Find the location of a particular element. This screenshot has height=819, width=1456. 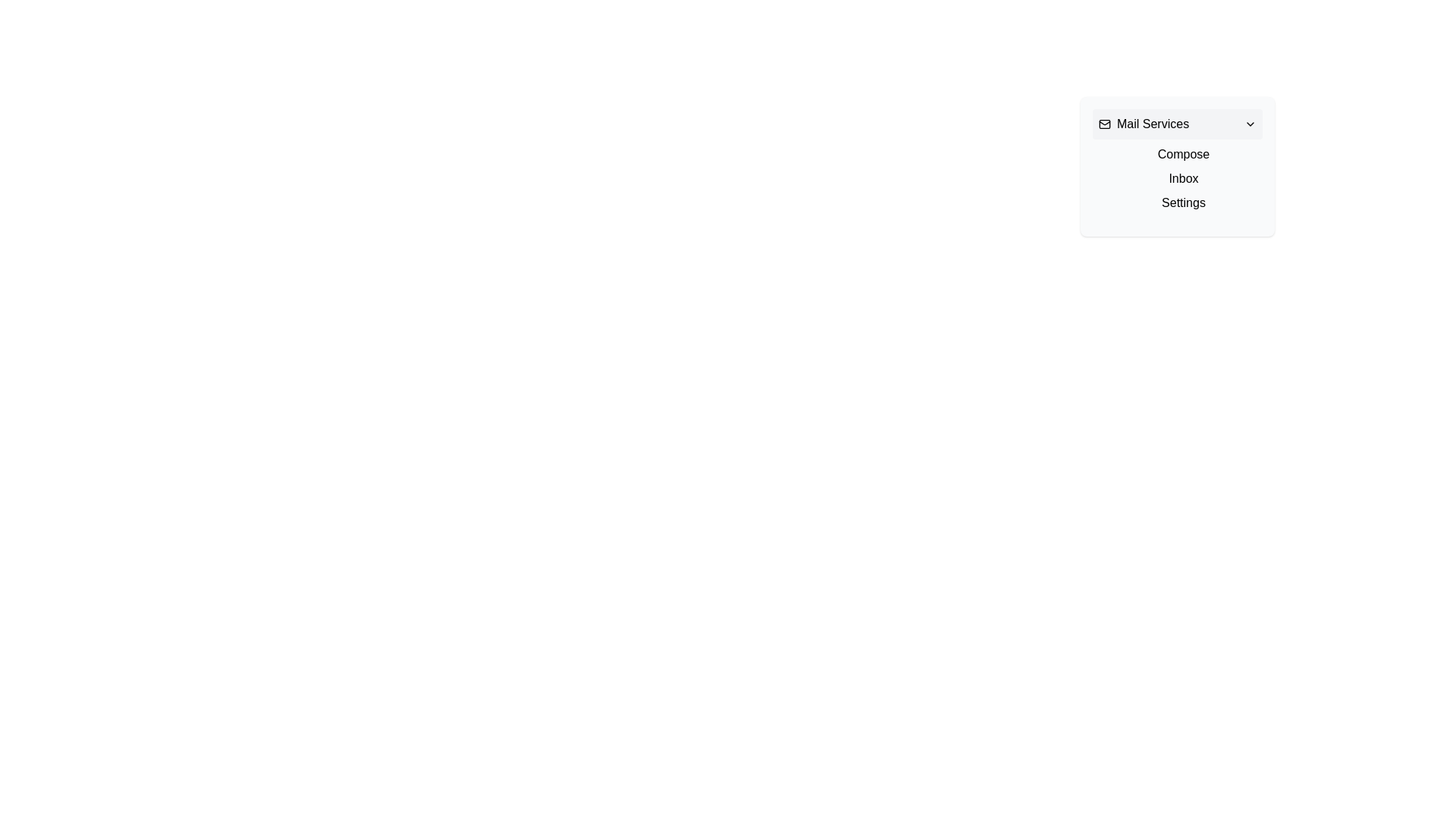

the Dropdown menu list located under the 'Mail Services' title at the top-right section of the interface is located at coordinates (1177, 177).